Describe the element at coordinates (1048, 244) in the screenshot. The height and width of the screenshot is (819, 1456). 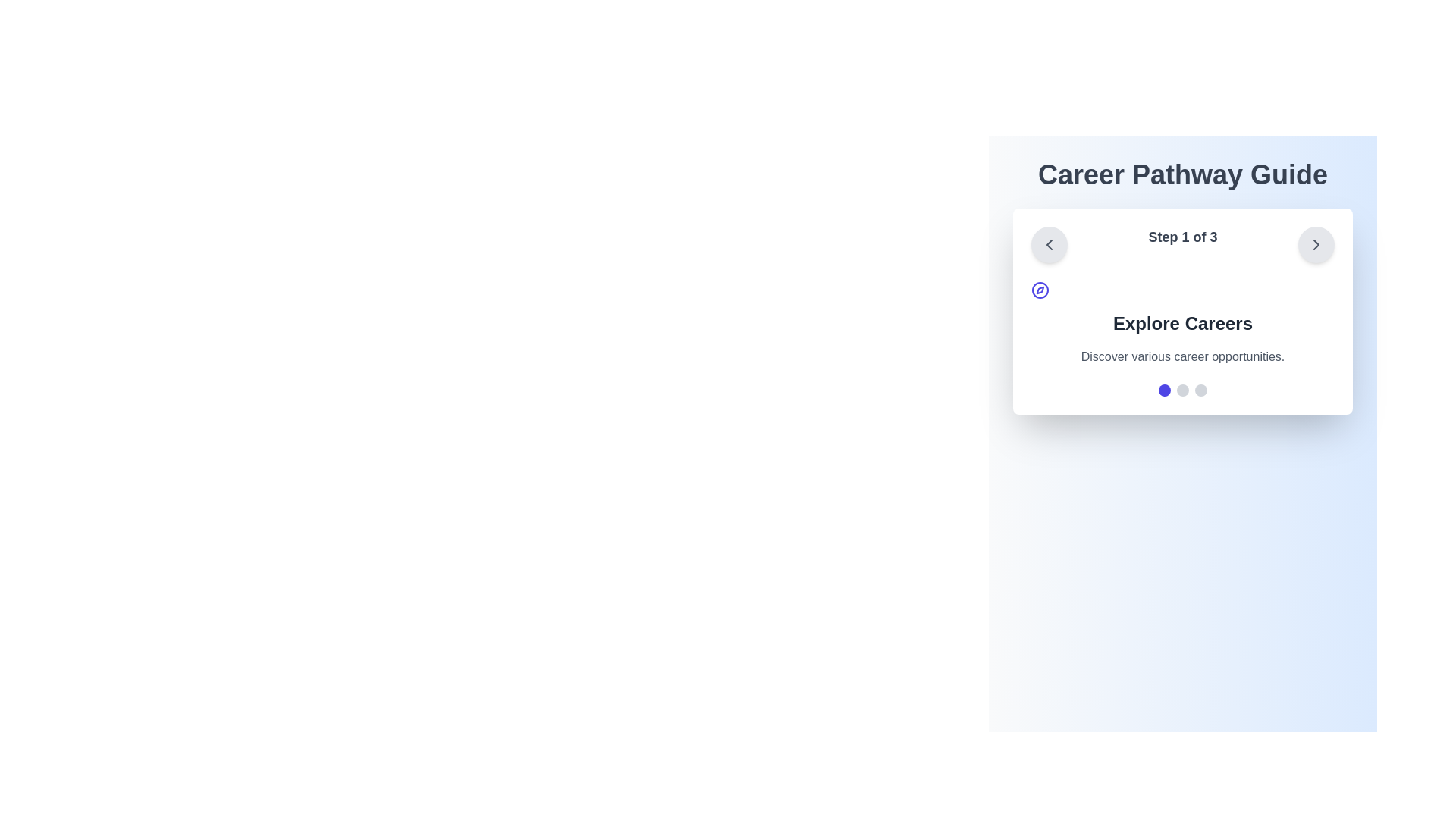
I see `the leftward-pointing chevron icon located inside a circular button` at that location.